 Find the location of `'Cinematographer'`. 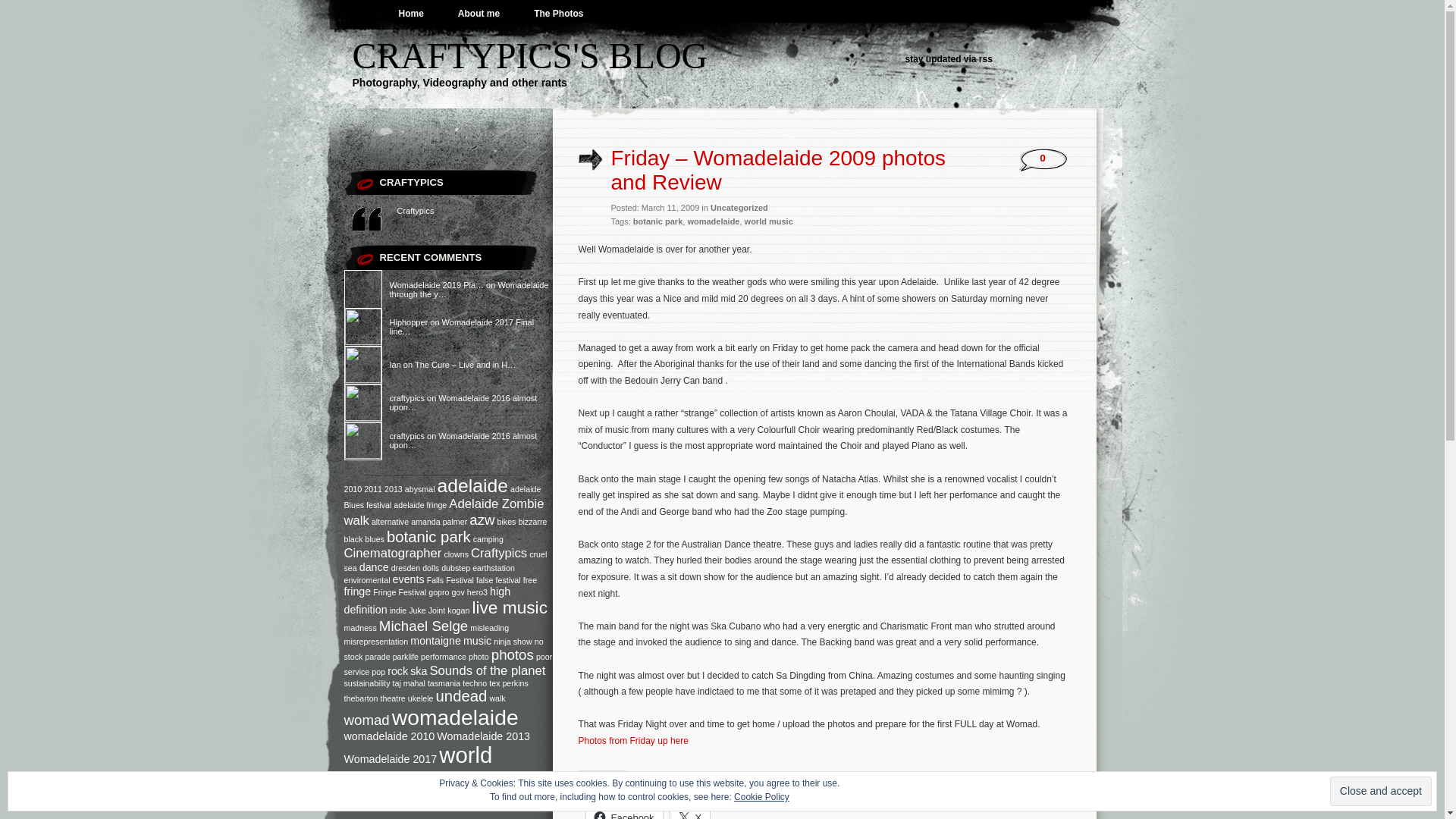

'Cinematographer' is located at coordinates (393, 553).